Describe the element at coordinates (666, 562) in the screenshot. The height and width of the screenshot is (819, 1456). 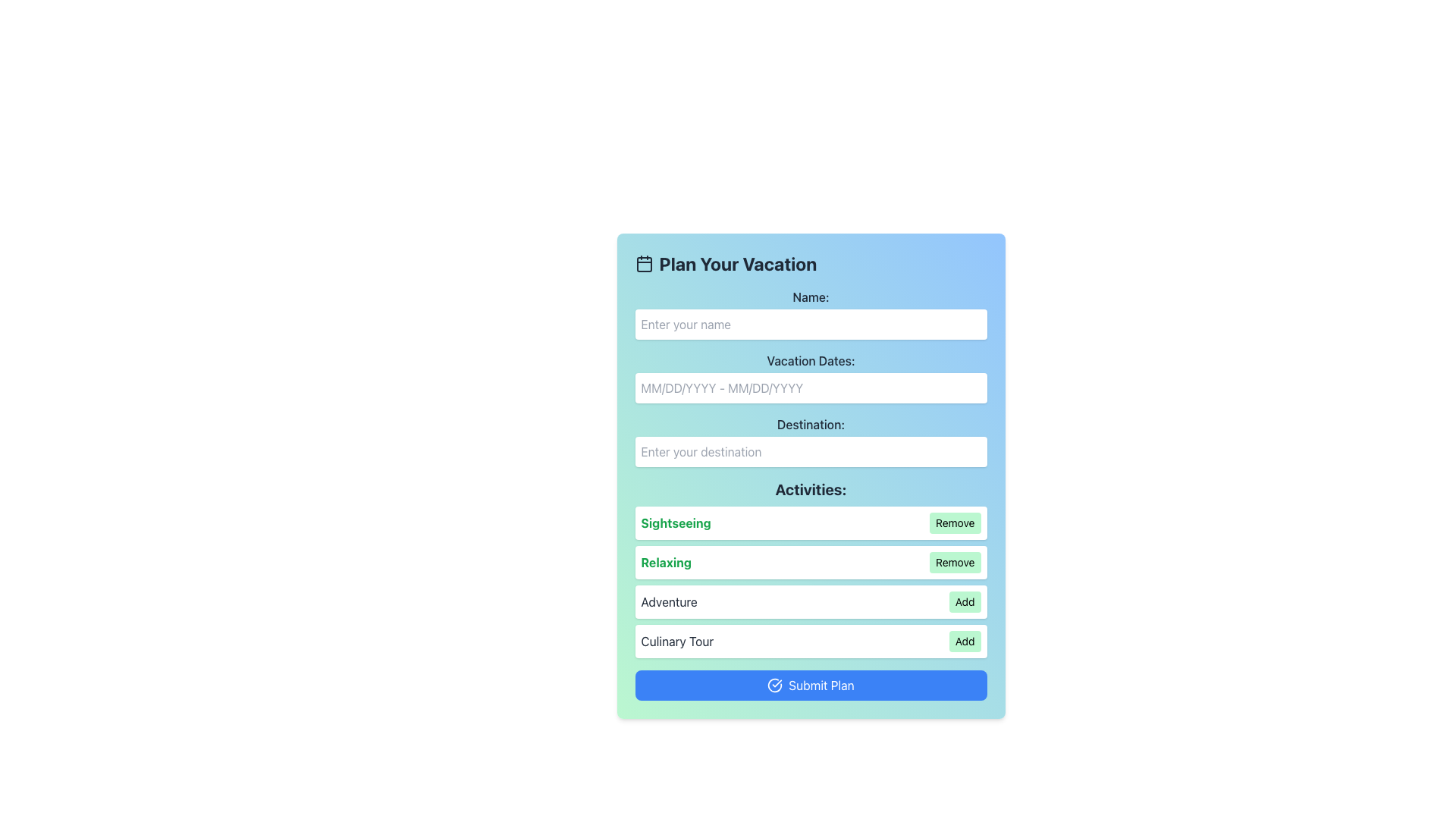
I see `the text label reading 'Relaxing' styled in bold green font, which is located within the box labeled 'RelaxingRemove', positioned second from the top in the activities list under the heading 'Activities'` at that location.